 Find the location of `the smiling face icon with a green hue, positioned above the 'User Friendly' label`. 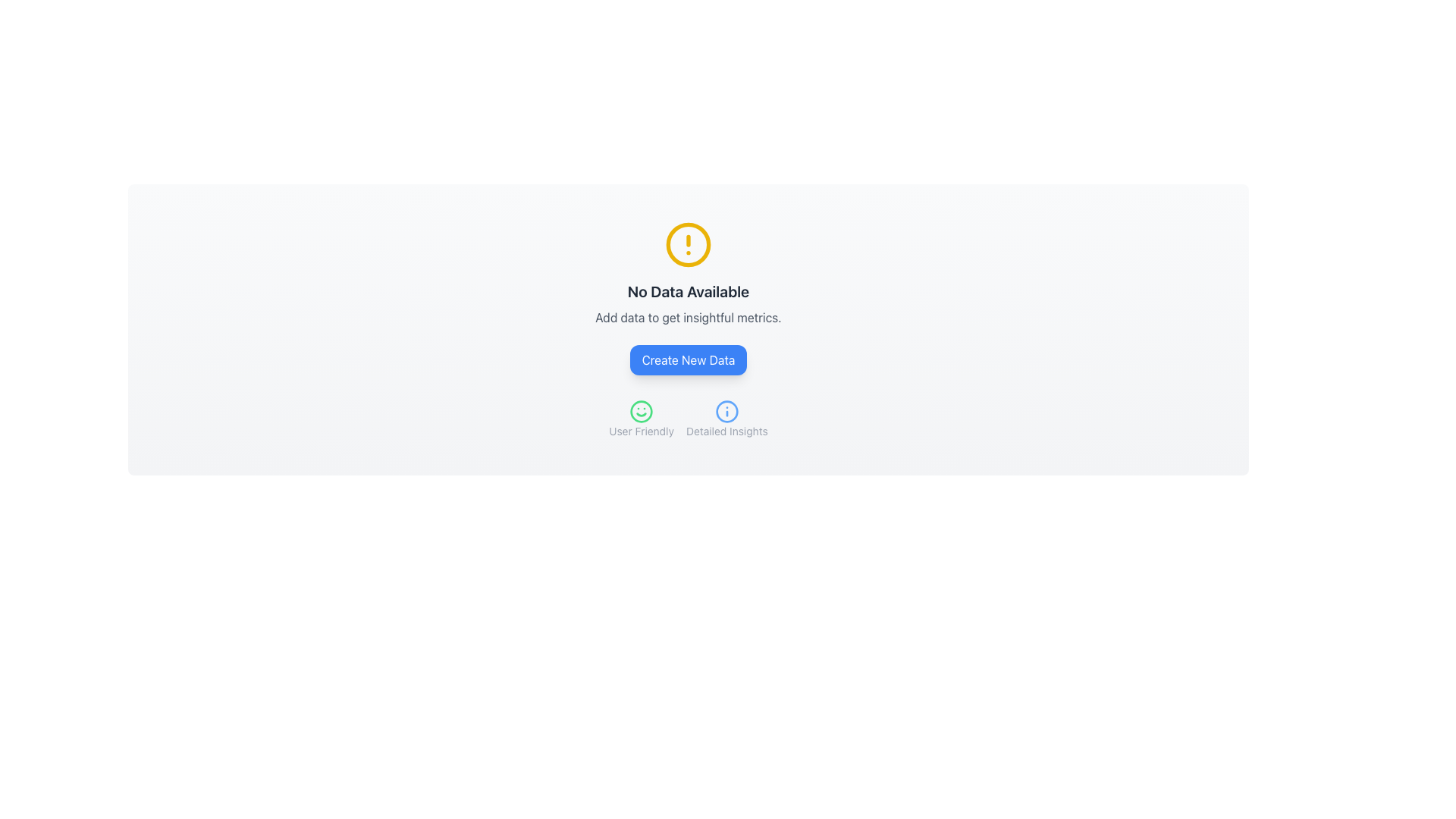

the smiling face icon with a green hue, positioned above the 'User Friendly' label is located at coordinates (642, 412).